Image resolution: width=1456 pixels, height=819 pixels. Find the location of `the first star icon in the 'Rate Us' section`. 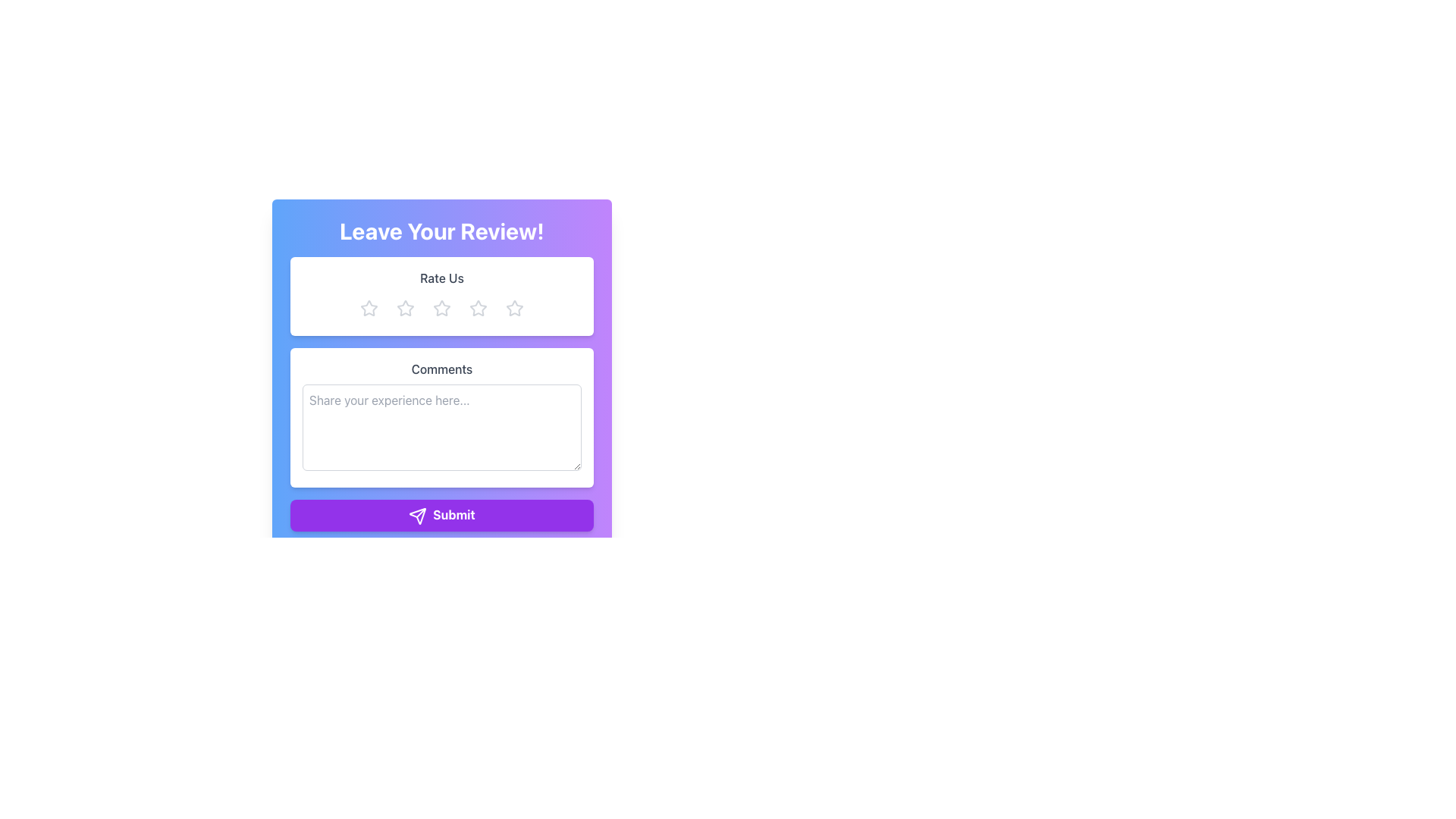

the first star icon in the 'Rate Us' section is located at coordinates (405, 307).